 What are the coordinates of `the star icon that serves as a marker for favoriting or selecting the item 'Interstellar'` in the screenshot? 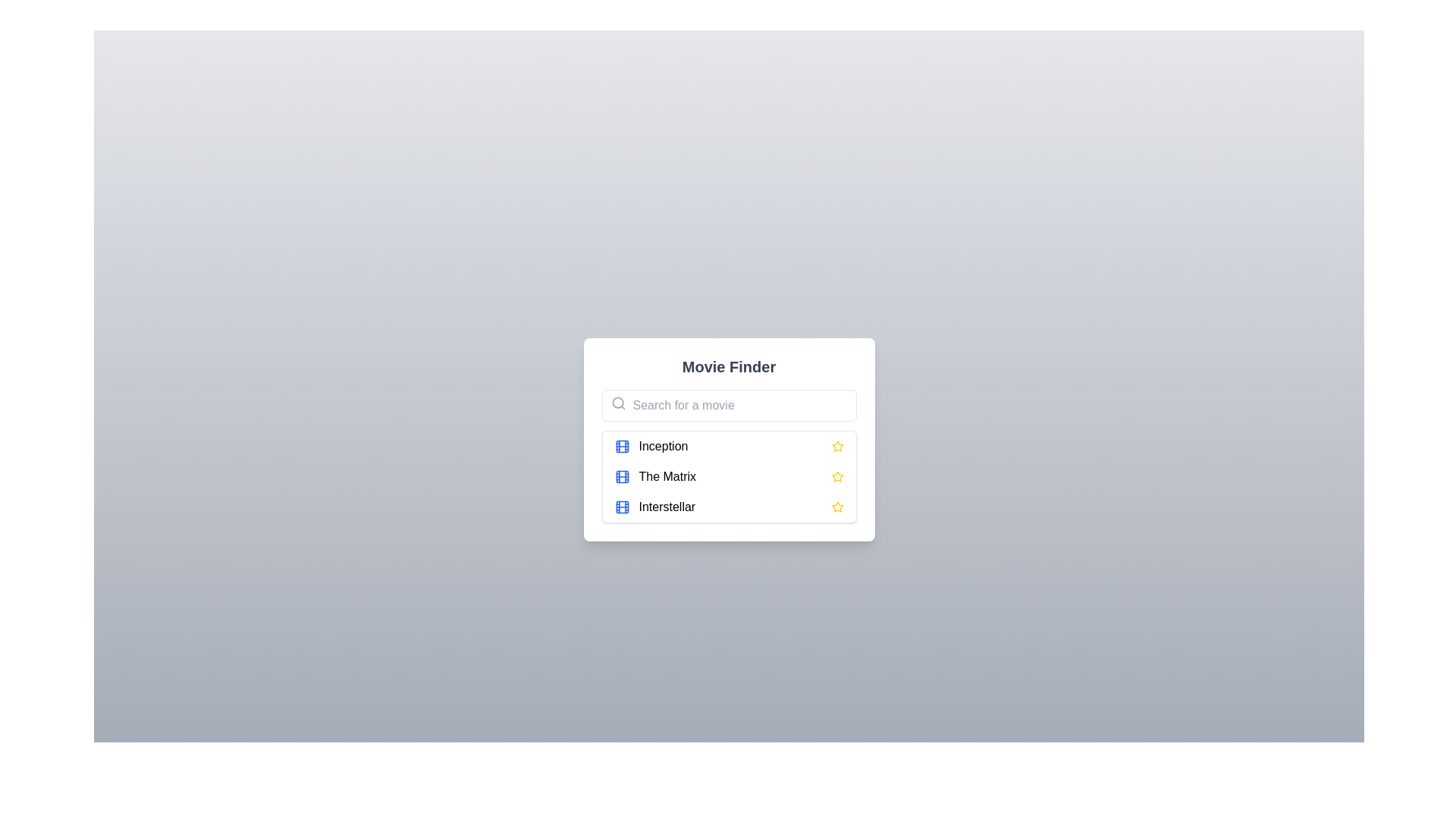 It's located at (836, 475).